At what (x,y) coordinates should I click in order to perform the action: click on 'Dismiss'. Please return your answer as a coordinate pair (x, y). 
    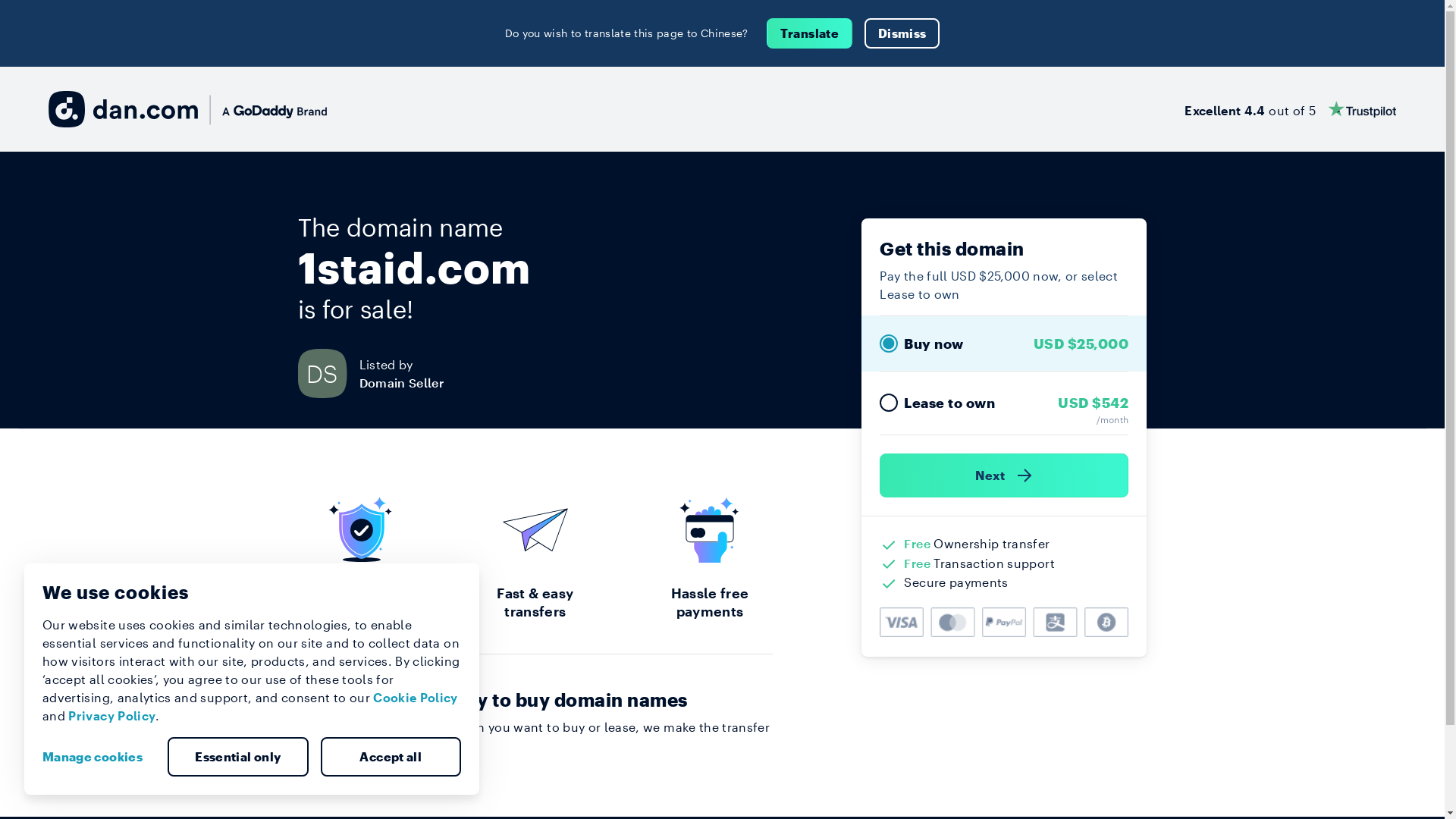
    Looking at the image, I should click on (864, 33).